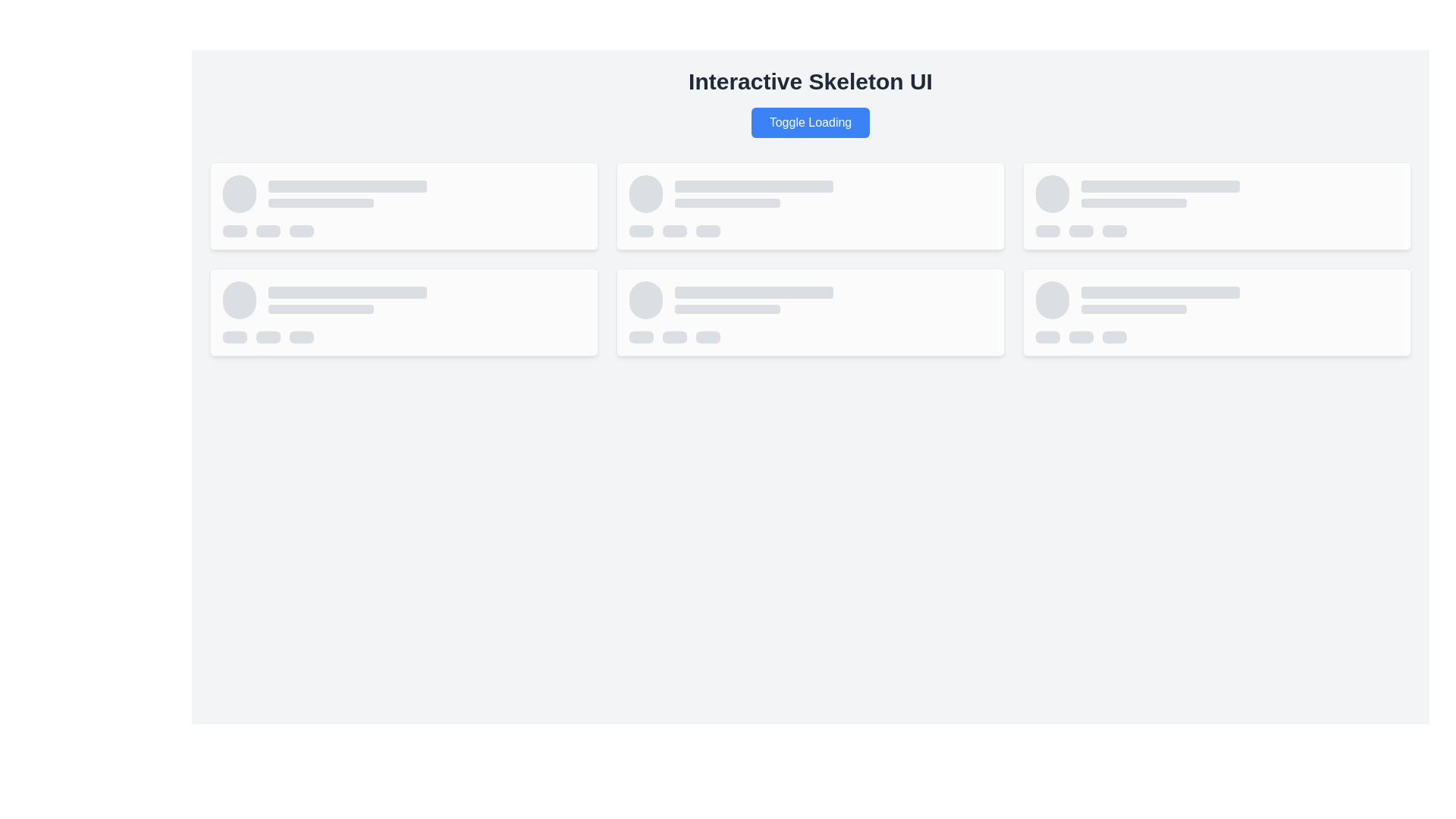 The width and height of the screenshot is (1456, 819). Describe the element at coordinates (1051, 300) in the screenshot. I see `the circular avatar placeholder with a gray background located at the top-right of the third card in the grid layout` at that location.